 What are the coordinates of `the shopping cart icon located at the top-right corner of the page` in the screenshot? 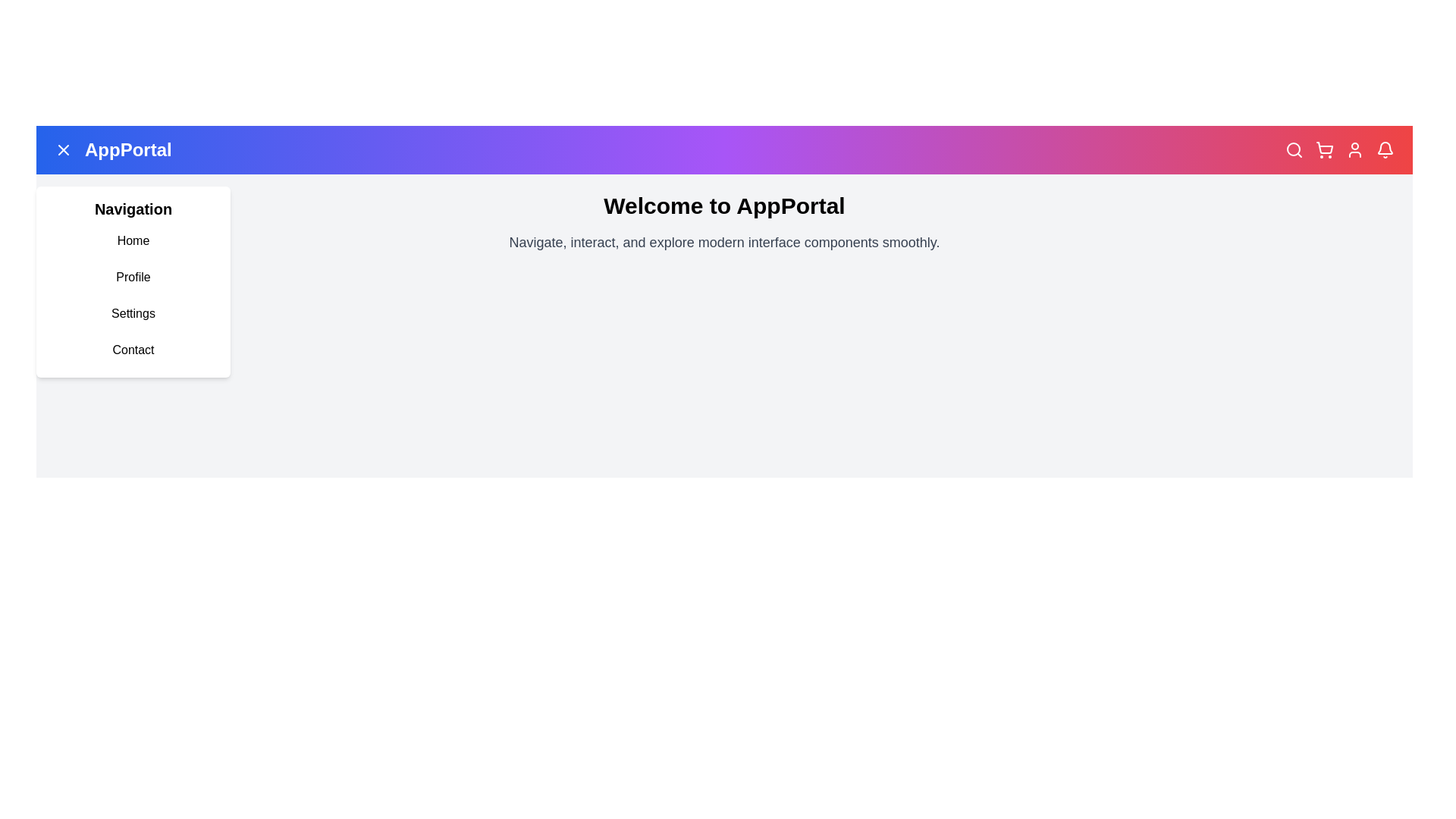 It's located at (1324, 149).